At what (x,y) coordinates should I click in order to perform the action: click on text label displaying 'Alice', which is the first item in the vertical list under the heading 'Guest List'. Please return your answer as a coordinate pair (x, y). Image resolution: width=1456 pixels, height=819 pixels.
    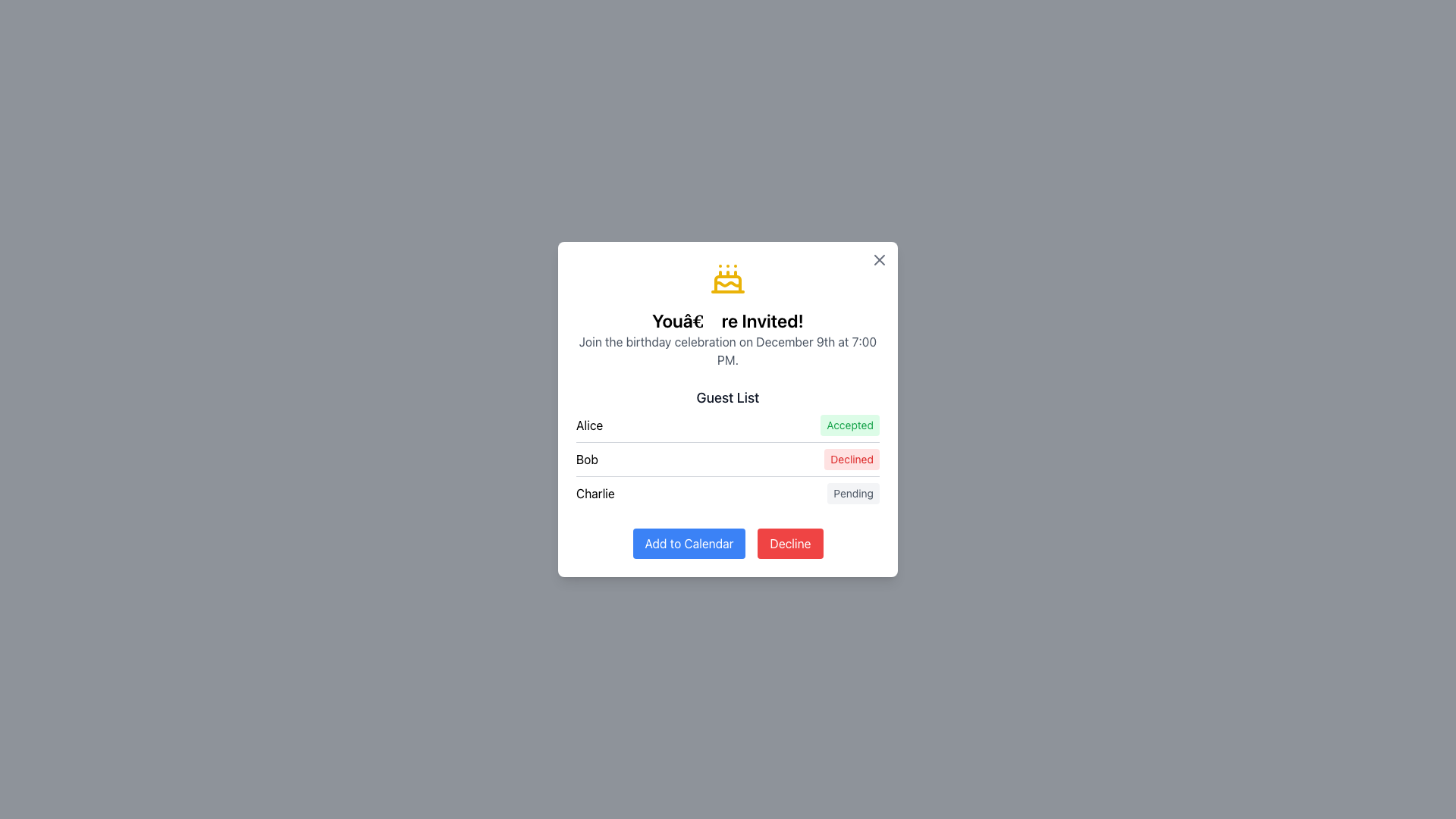
    Looking at the image, I should click on (588, 425).